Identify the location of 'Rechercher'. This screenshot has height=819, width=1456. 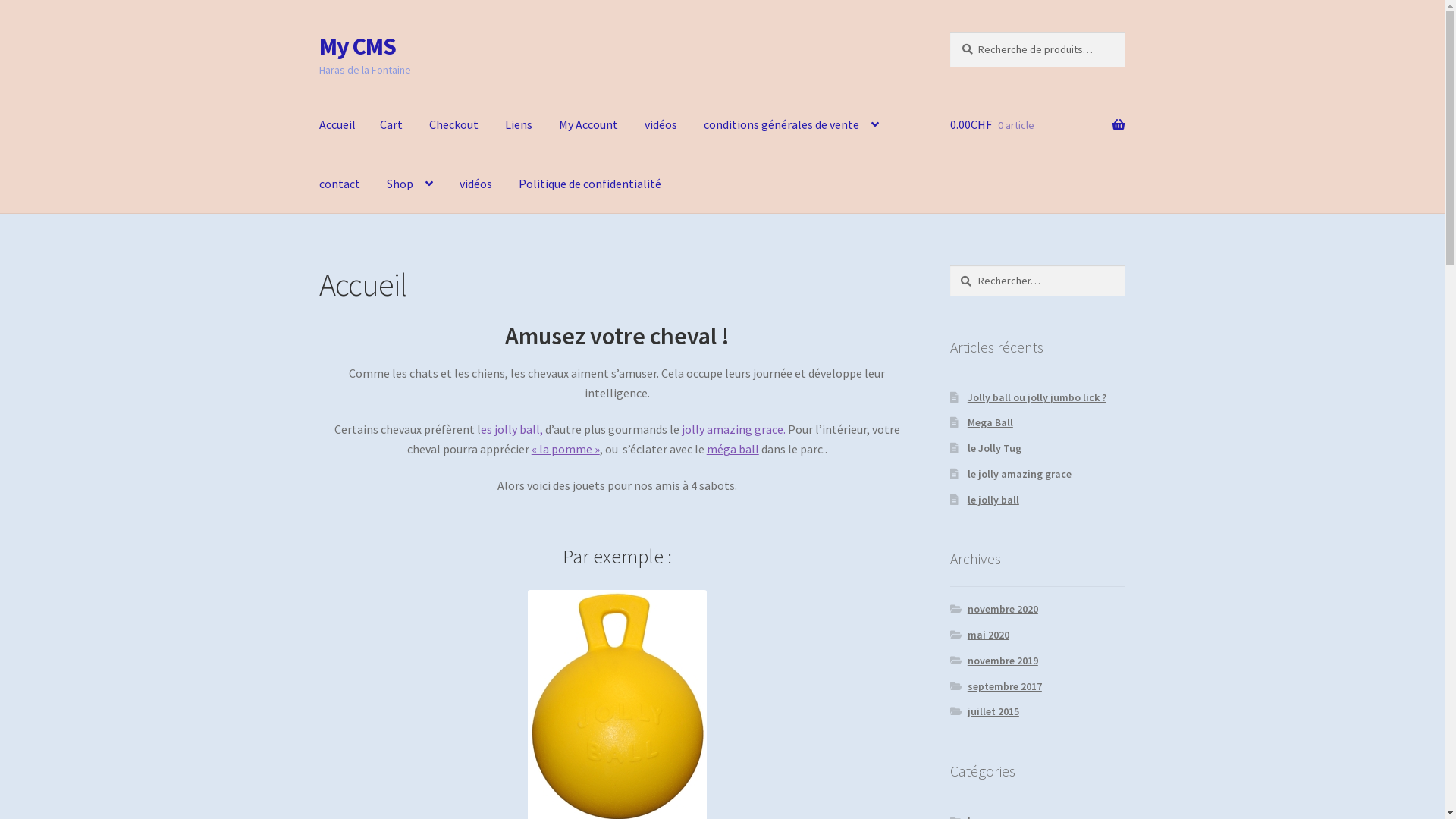
(949, 264).